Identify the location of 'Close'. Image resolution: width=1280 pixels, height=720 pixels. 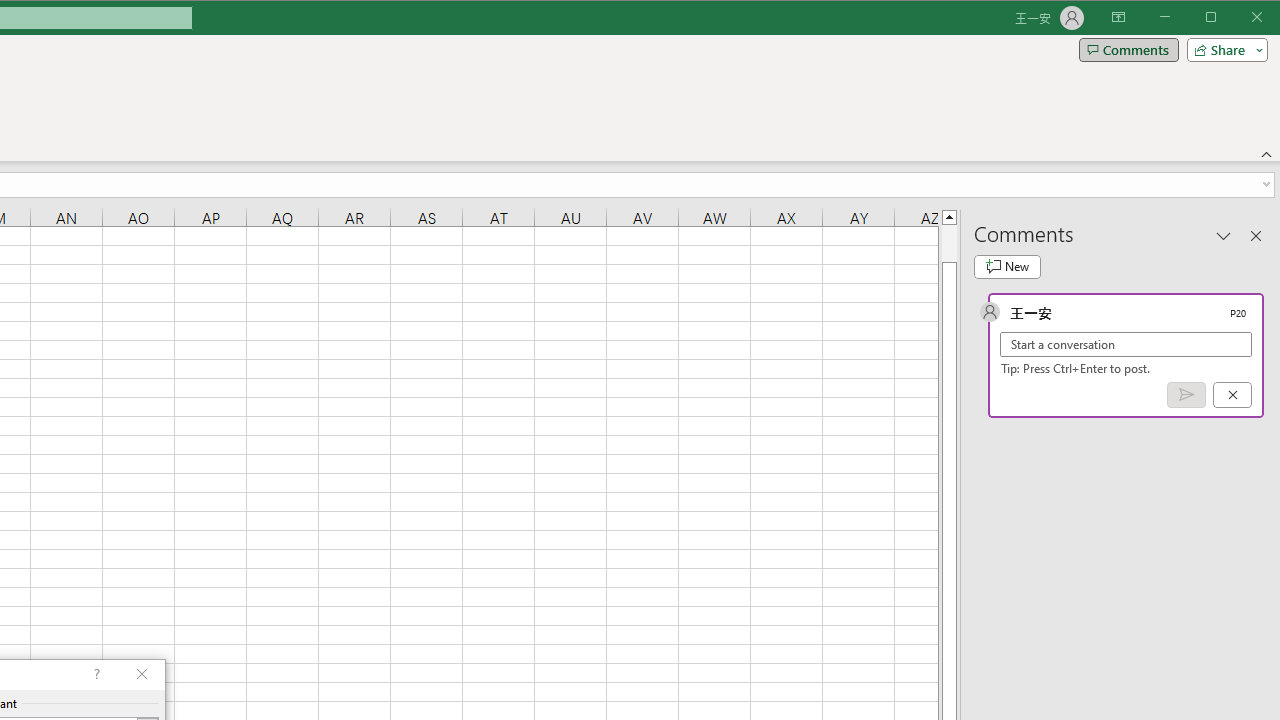
(1261, 19).